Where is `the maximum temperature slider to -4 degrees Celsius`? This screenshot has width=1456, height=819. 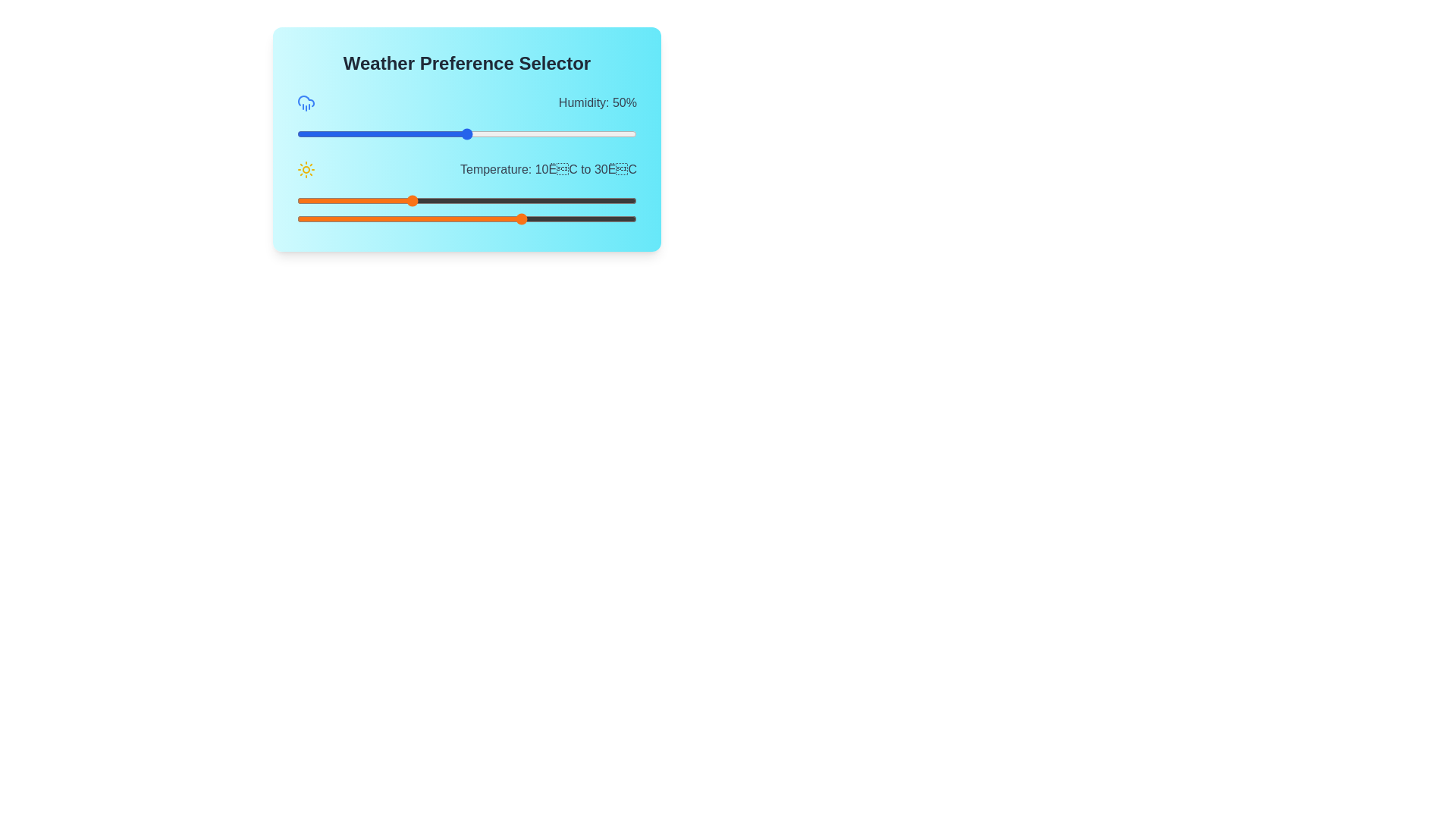 the maximum temperature slider to -4 degrees Celsius is located at coordinates (330, 219).